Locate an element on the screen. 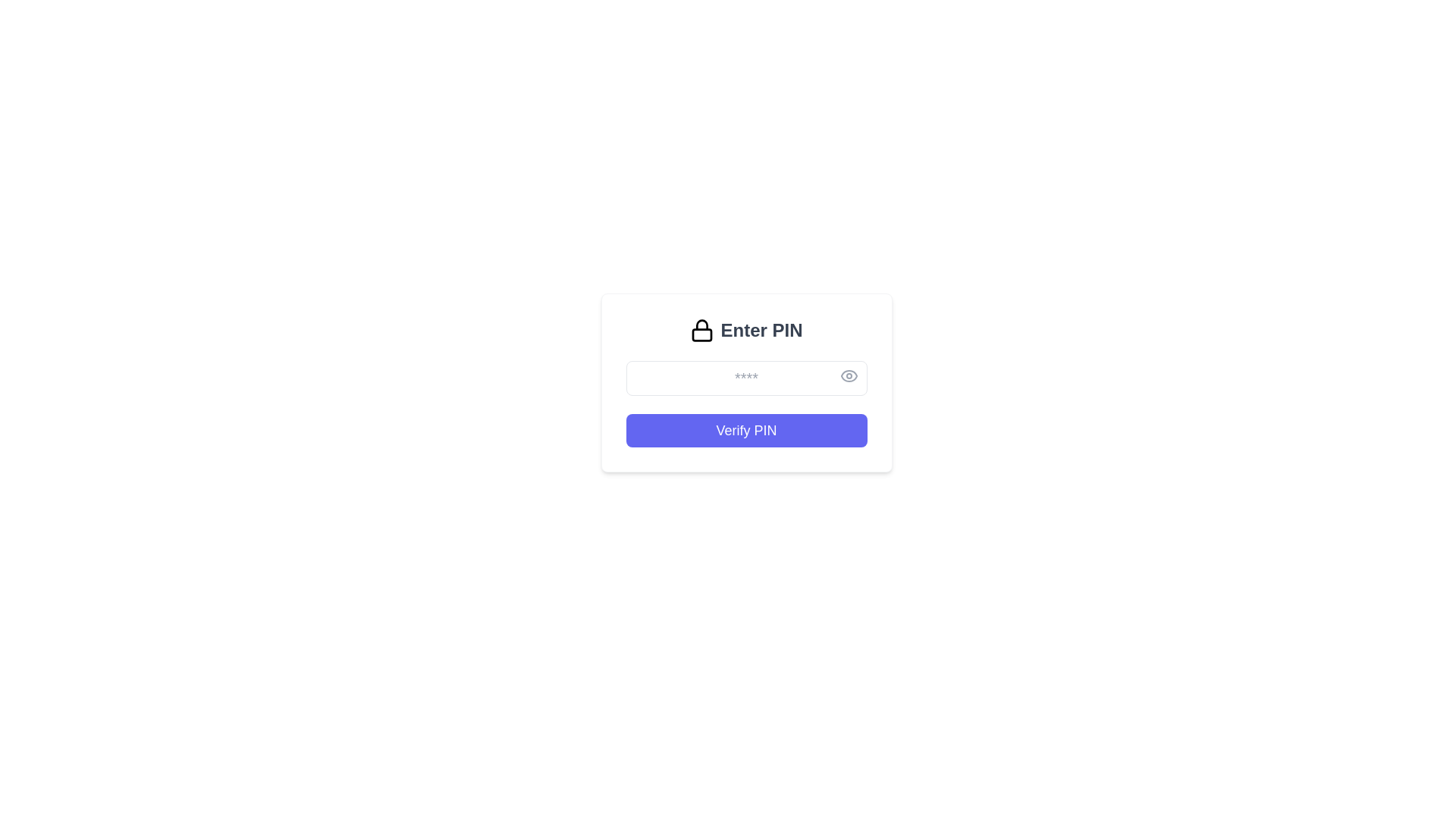 This screenshot has width=1456, height=819. the rectangular part of the lock icon located in the lower half of the lock symbol, which is situated above the 'Enter PIN' text is located at coordinates (701, 334).